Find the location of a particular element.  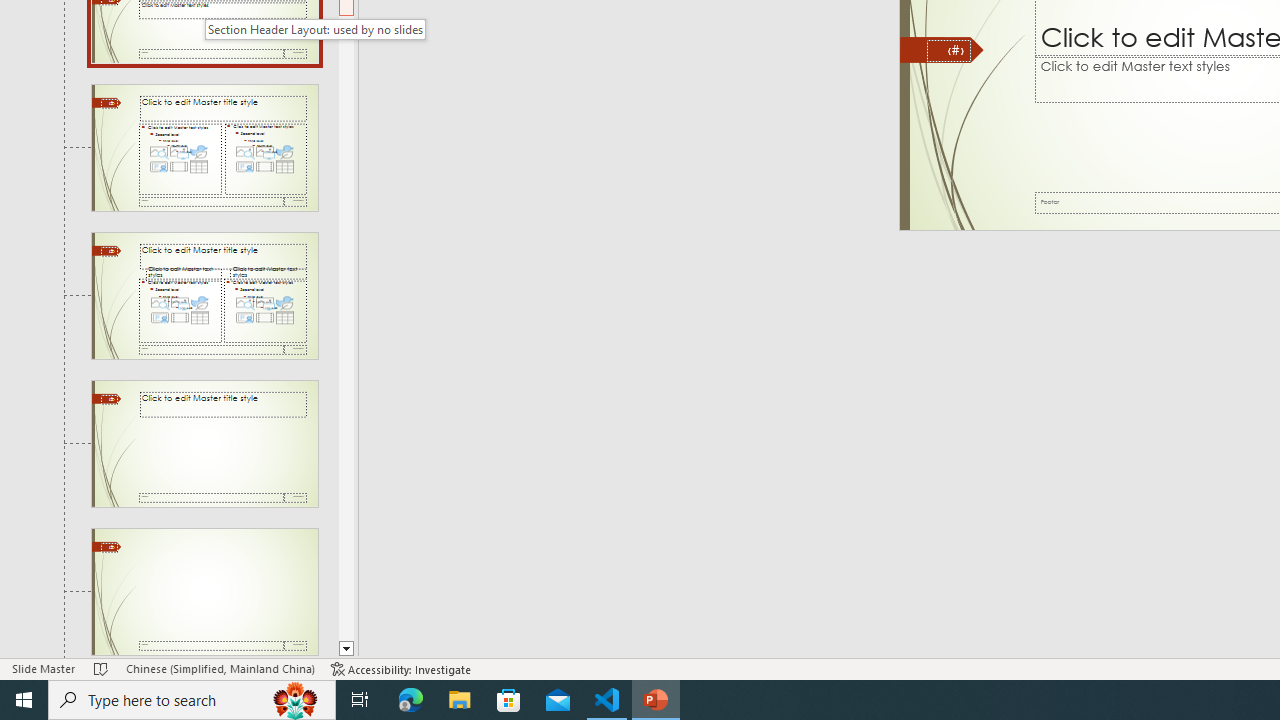

'Slide Blank Layout: used by no slides' is located at coordinates (204, 591).